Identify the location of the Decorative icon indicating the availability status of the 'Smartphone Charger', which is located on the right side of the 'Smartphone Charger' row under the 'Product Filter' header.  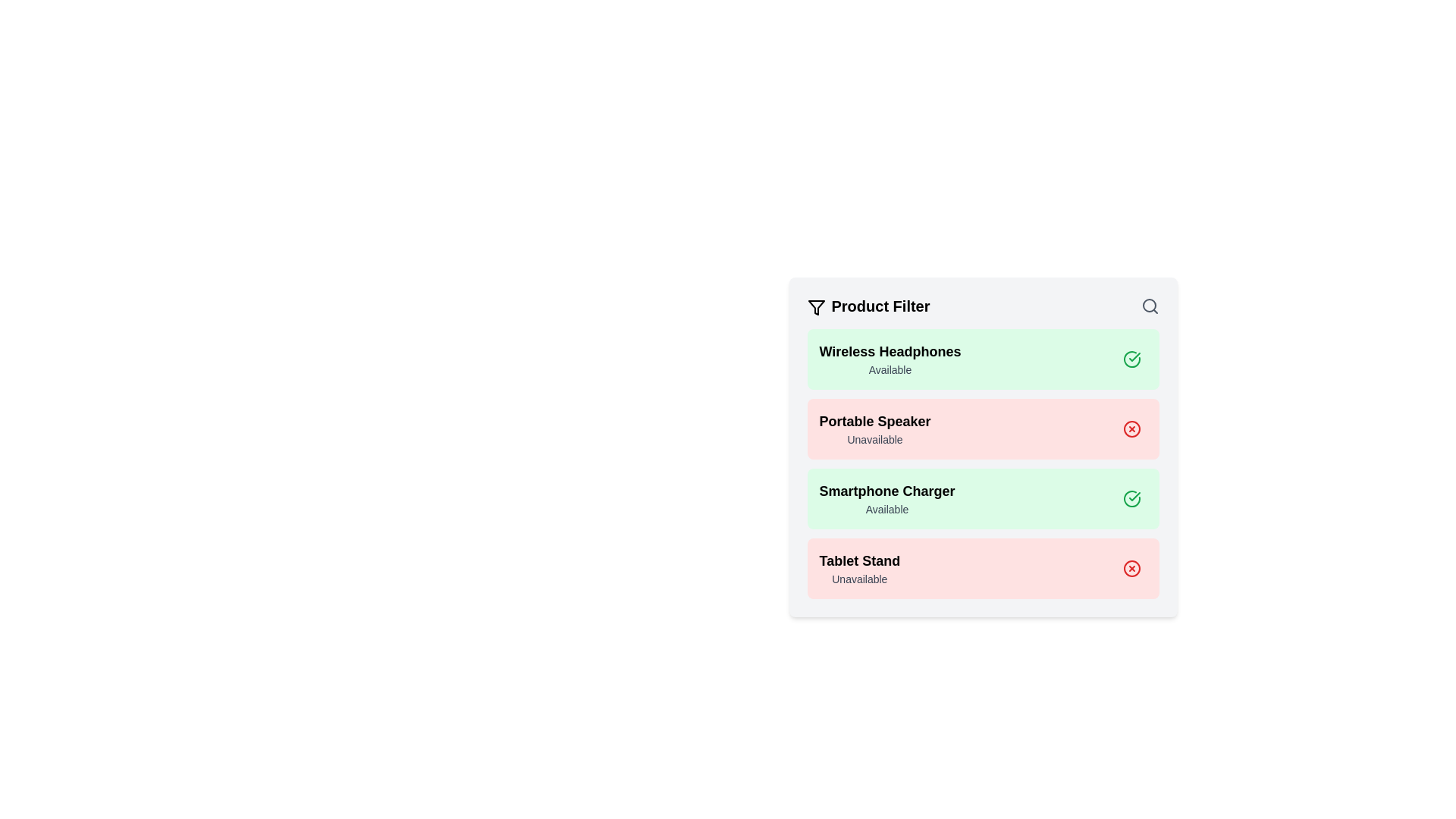
(1131, 499).